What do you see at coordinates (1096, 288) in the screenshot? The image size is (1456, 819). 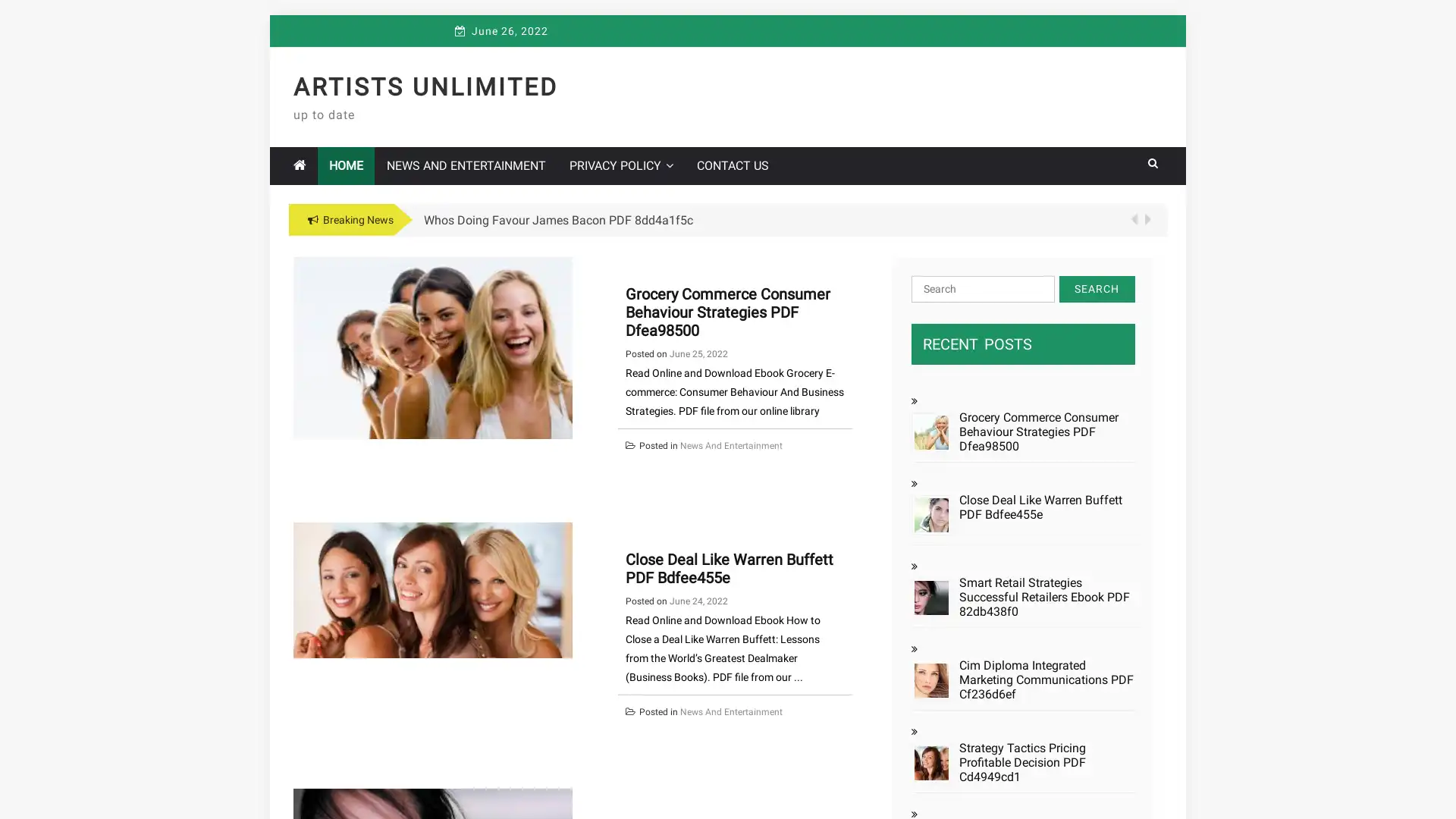 I see `Search` at bounding box center [1096, 288].